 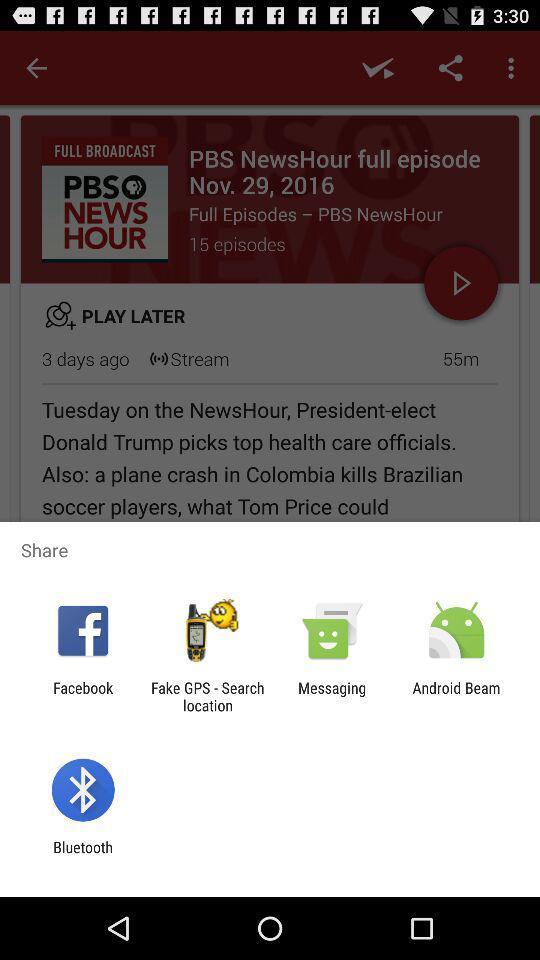 I want to click on the item to the right of facebook app, so click(x=206, y=696).